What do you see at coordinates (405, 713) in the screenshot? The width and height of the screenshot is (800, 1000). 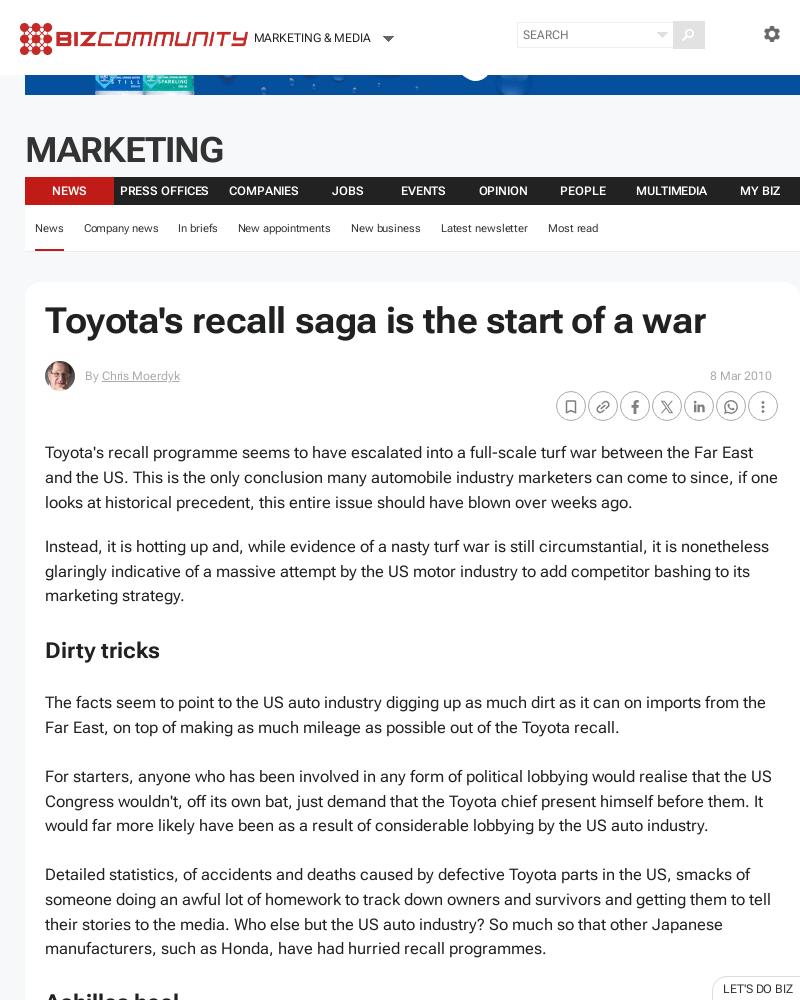 I see `'The facts seem to point to the US auto industry digging up as much dirt as it can on imports from the Far East, on top of making as much mileage as possible out of the Toyota recall.'` at bounding box center [405, 713].